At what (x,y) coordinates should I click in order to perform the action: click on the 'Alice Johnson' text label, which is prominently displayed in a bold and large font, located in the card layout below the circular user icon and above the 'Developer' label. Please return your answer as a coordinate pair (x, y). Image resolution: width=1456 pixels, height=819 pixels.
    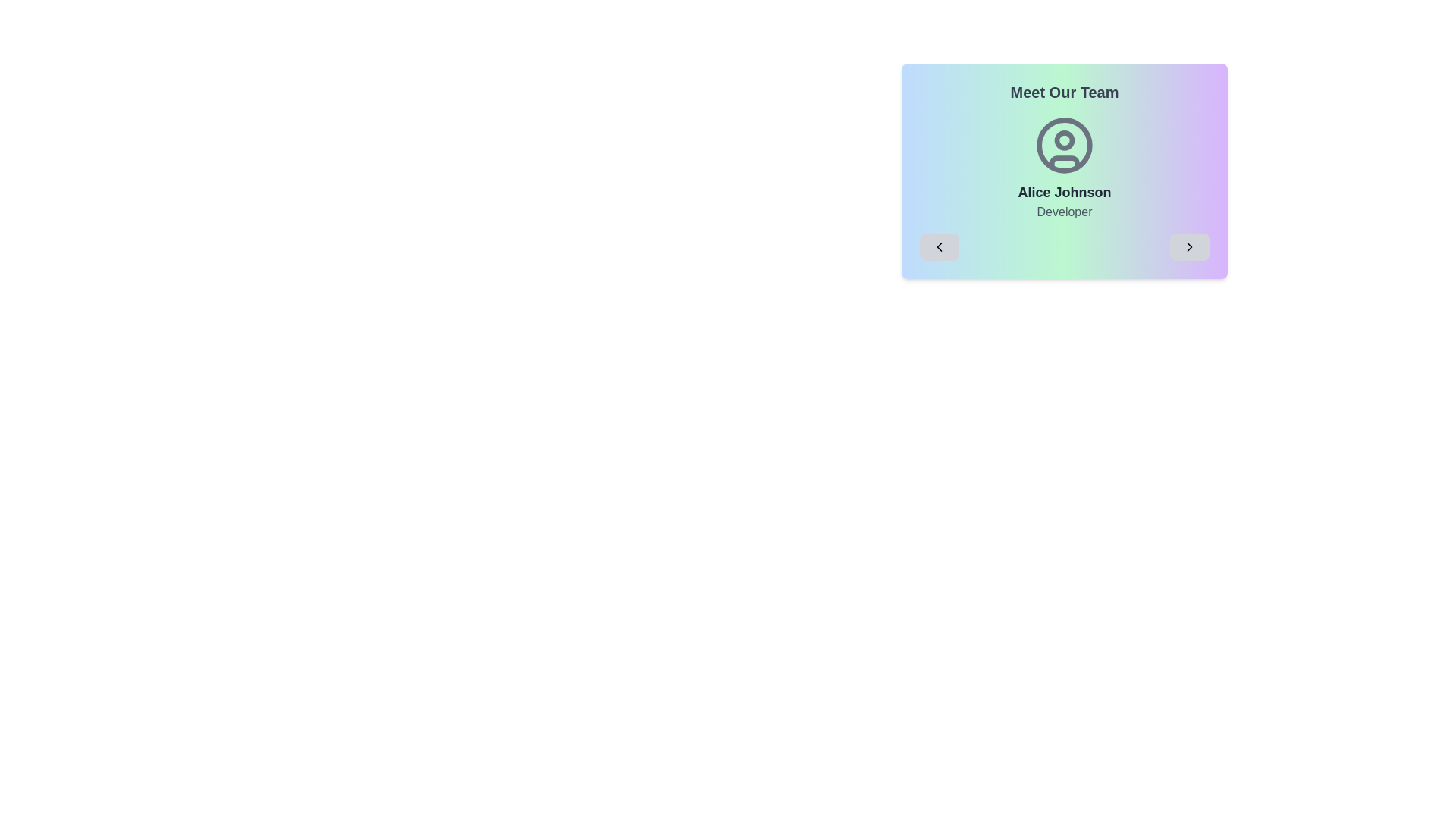
    Looking at the image, I should click on (1063, 192).